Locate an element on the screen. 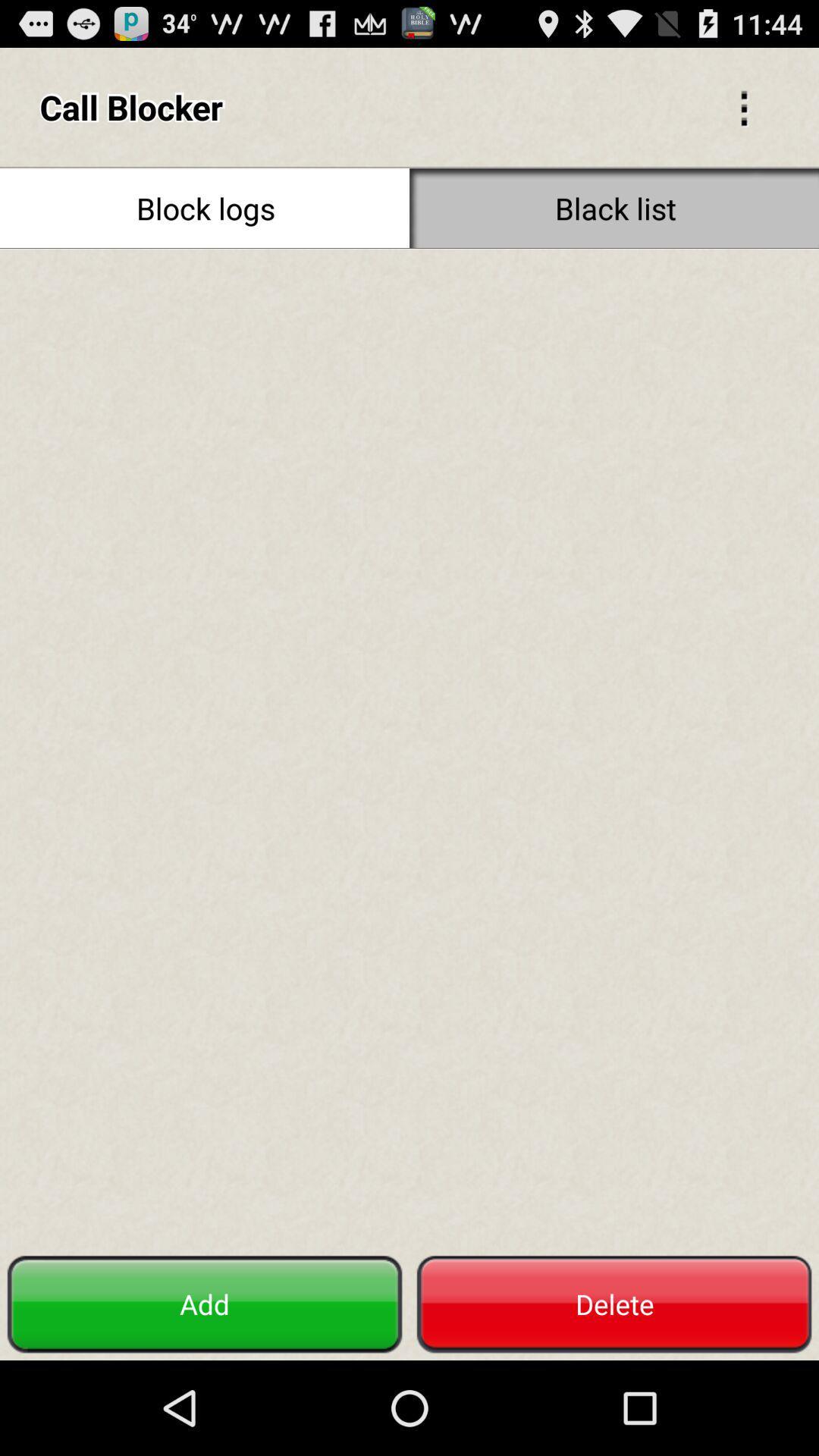  the icon next to the call blocker is located at coordinates (743, 106).